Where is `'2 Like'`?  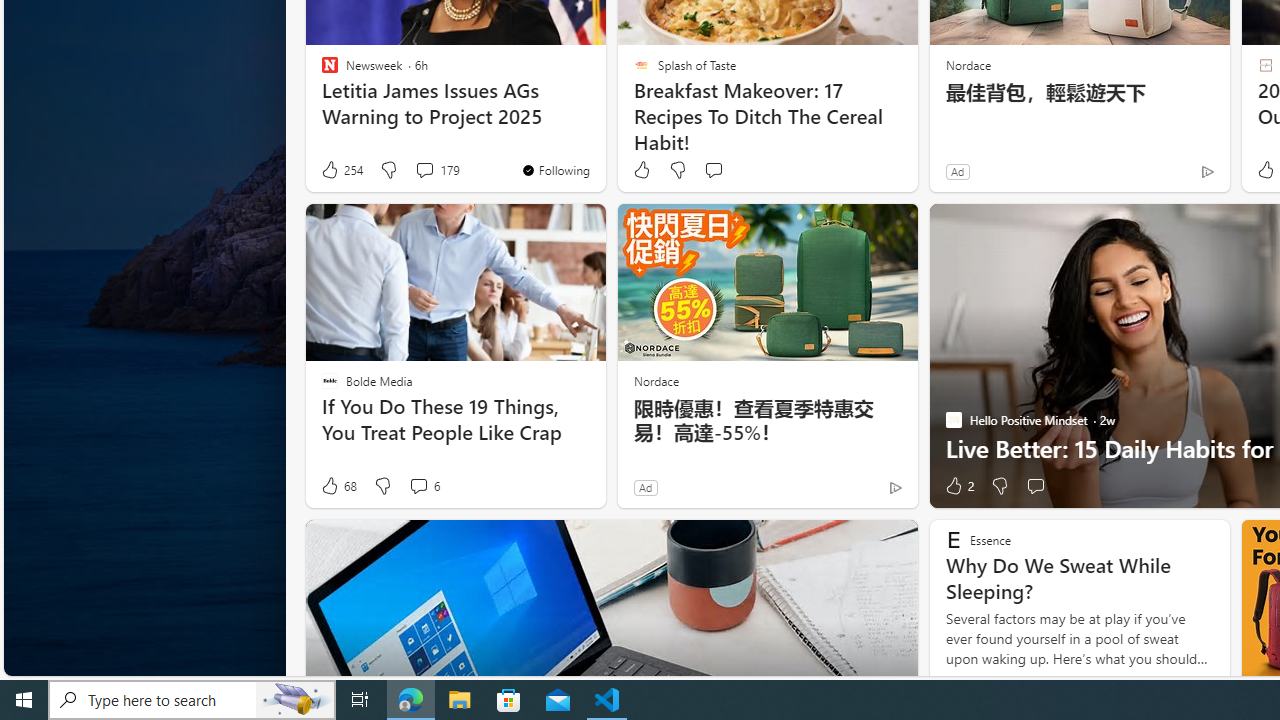 '2 Like' is located at coordinates (957, 486).